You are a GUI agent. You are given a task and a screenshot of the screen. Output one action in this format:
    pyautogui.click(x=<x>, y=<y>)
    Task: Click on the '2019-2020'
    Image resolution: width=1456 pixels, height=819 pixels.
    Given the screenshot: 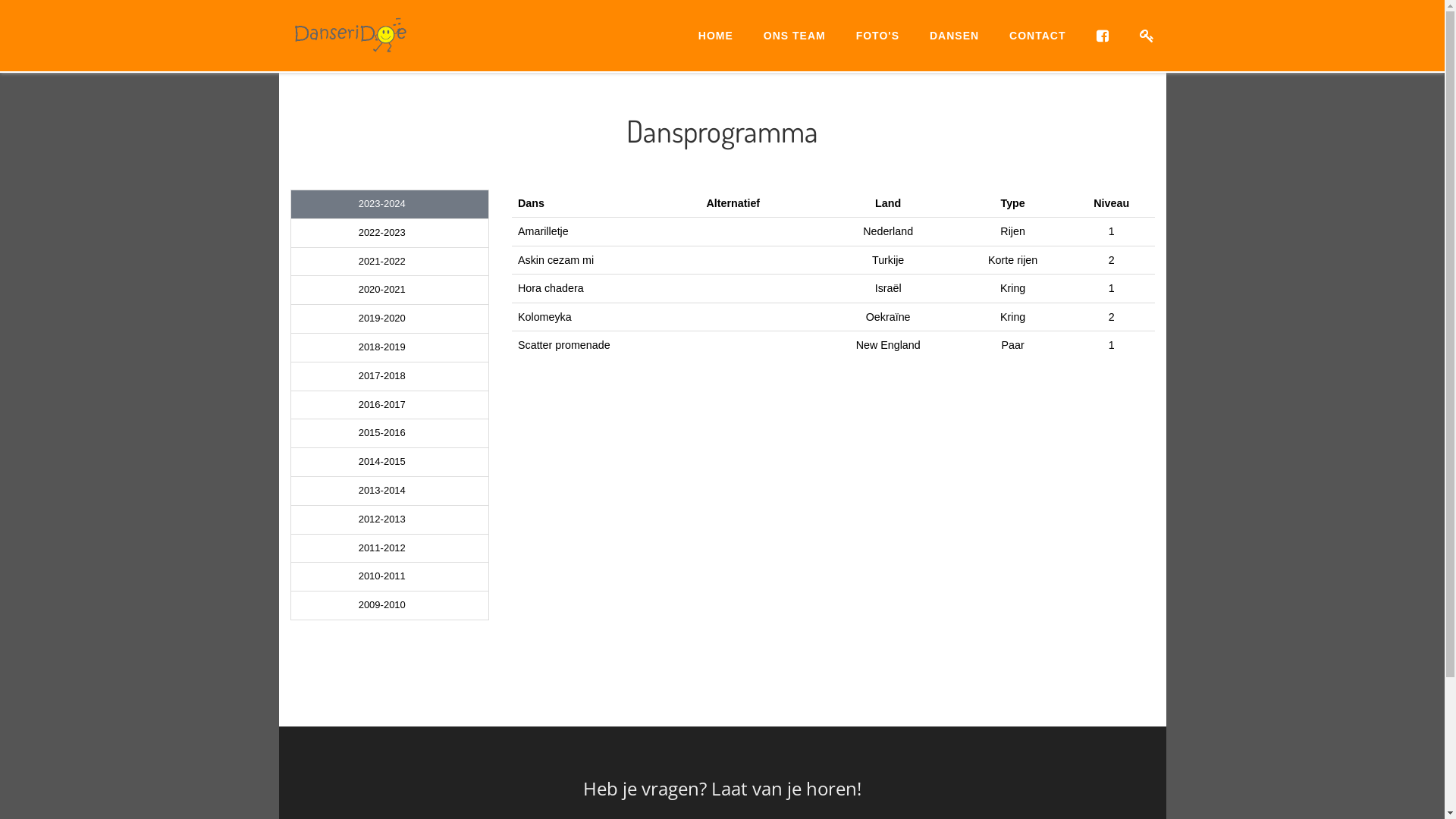 What is the action you would take?
    pyautogui.click(x=390, y=318)
    